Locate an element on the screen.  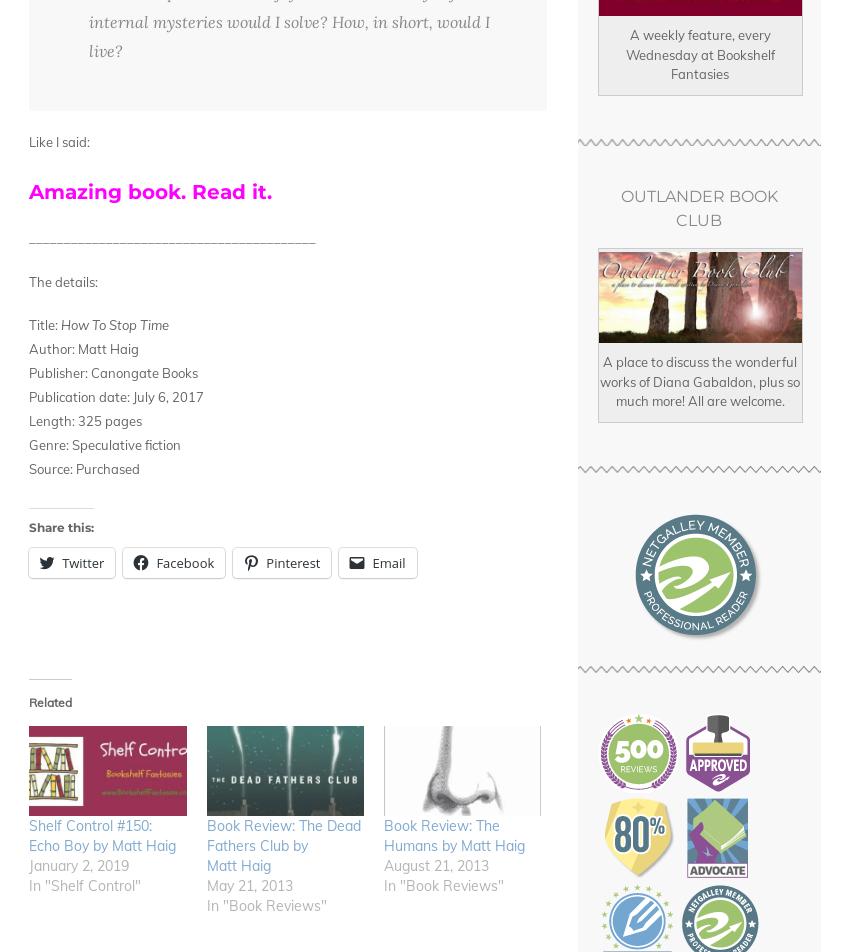
'Publisher: Canongate Books' is located at coordinates (112, 372).